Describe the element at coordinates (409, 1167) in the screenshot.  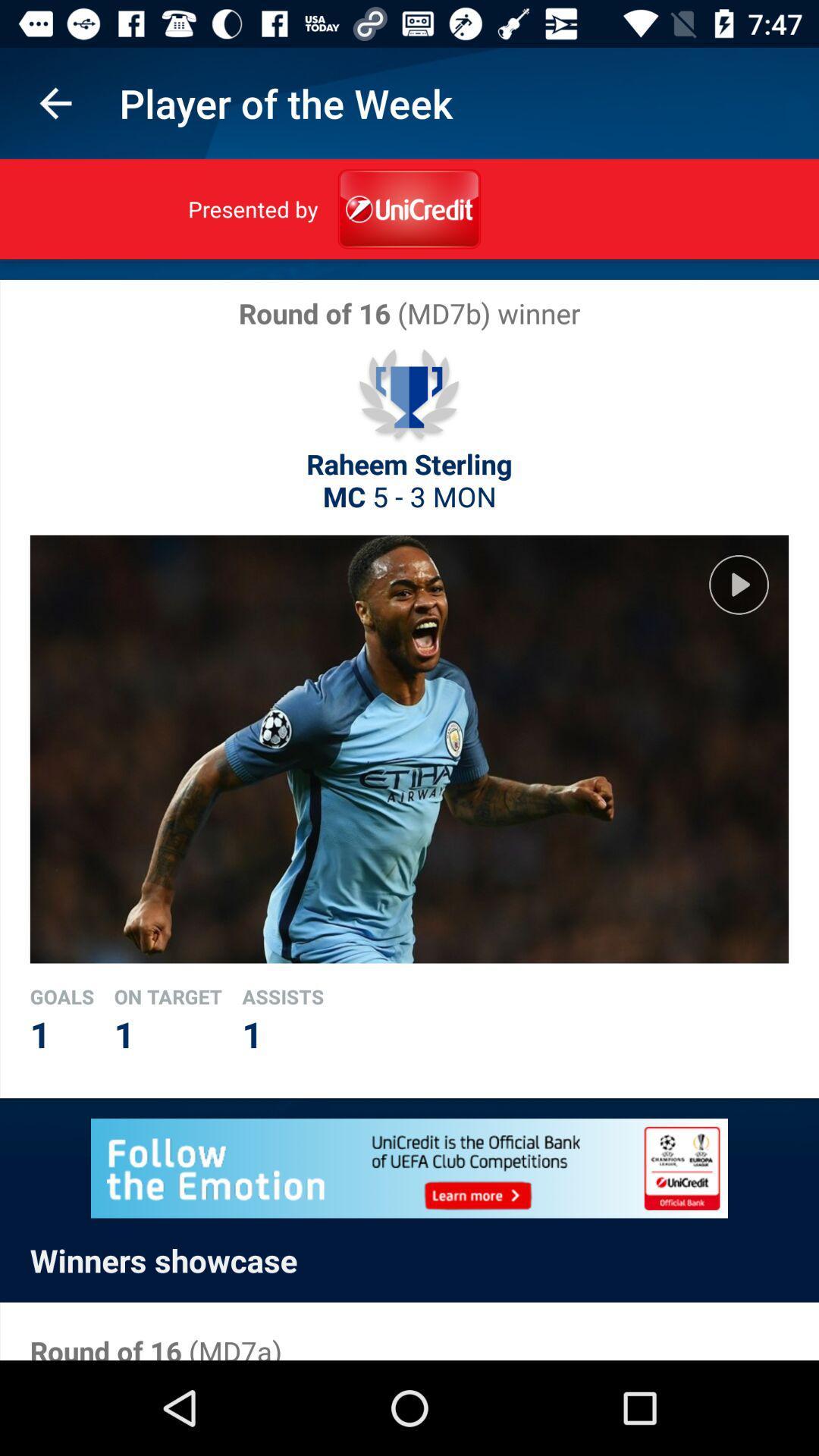
I see `see a advertisement` at that location.